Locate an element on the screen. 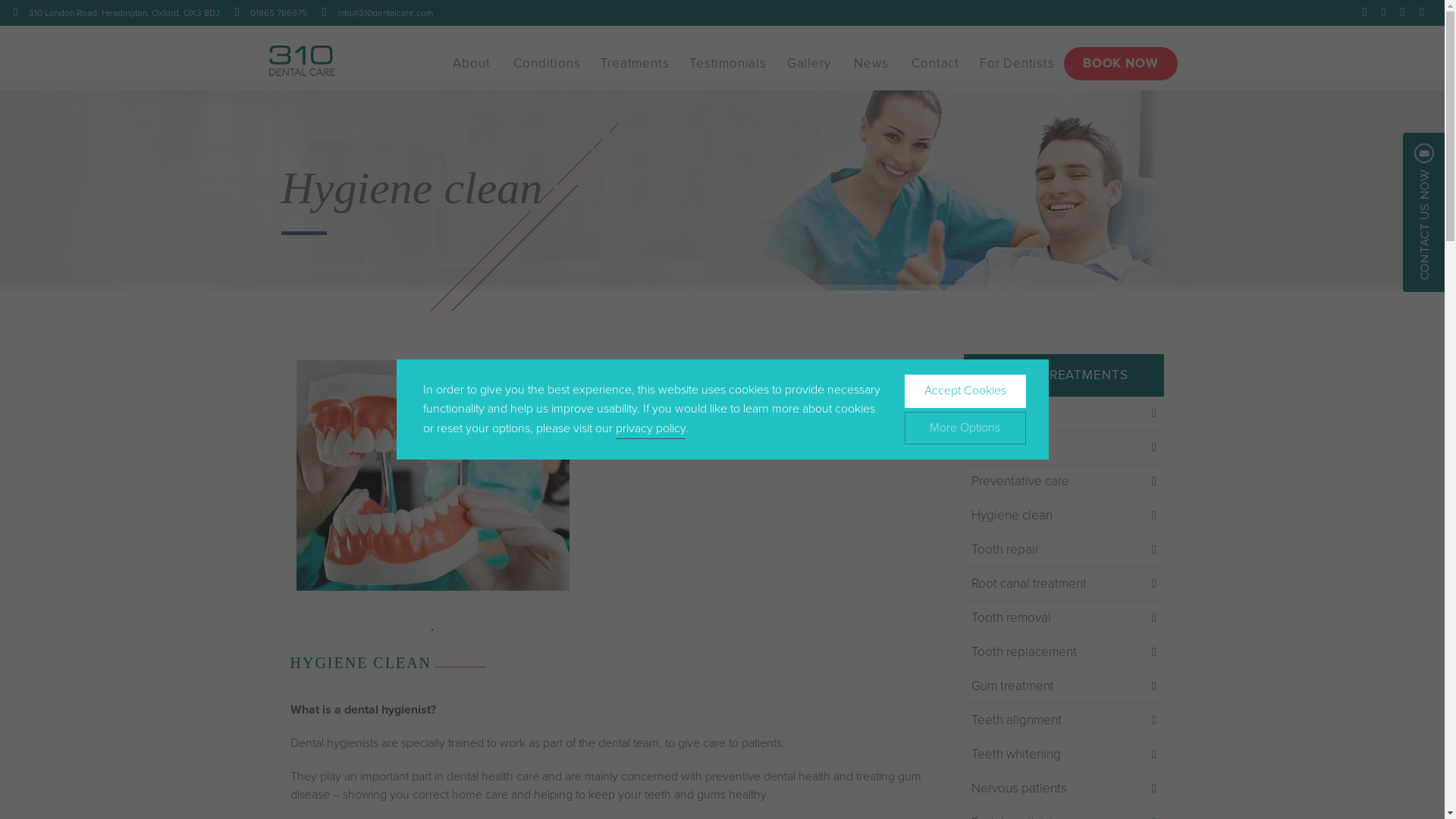  'Contact' is located at coordinates (934, 67).